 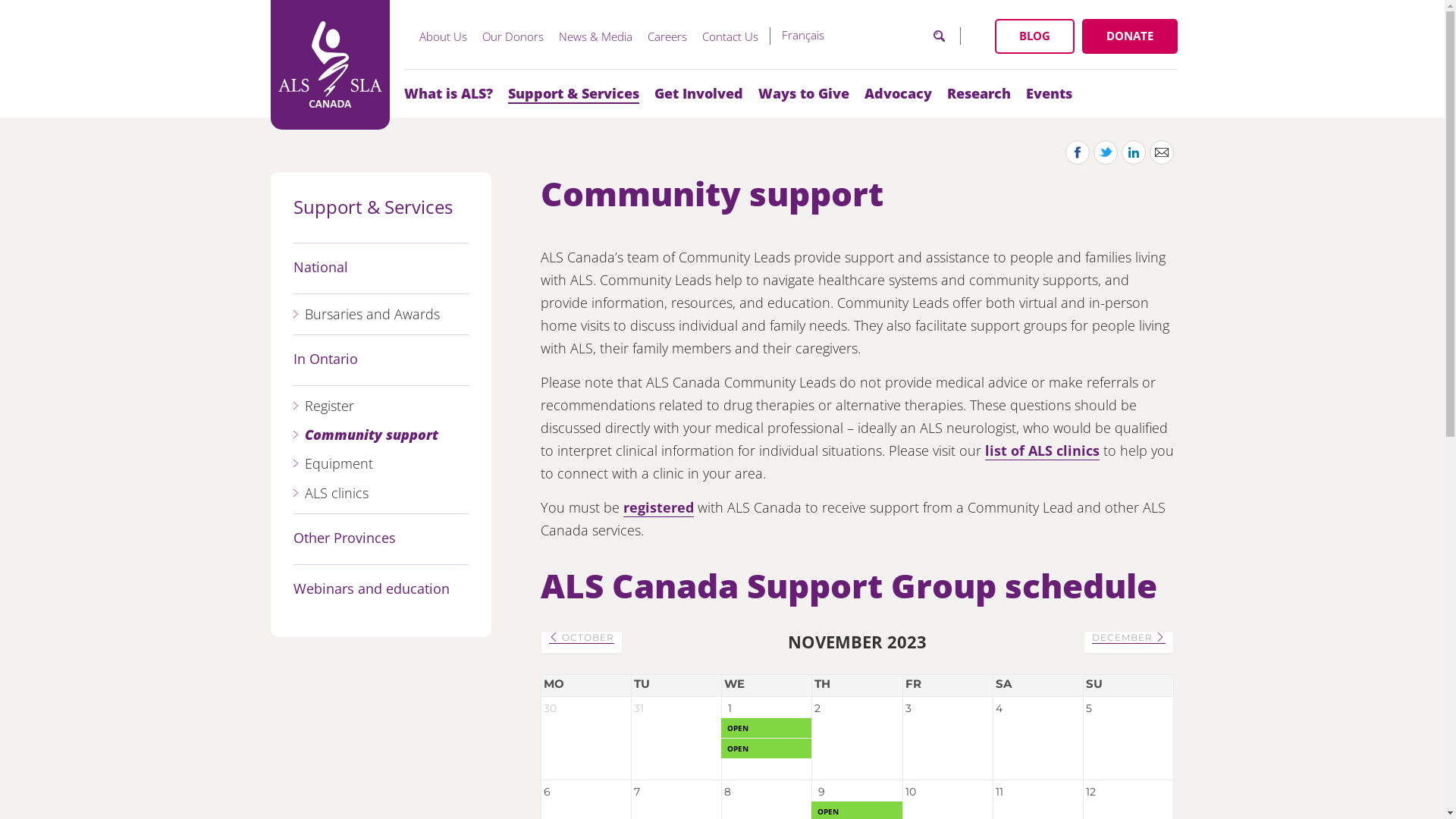 What do you see at coordinates (447, 93) in the screenshot?
I see `'What is ALS?'` at bounding box center [447, 93].